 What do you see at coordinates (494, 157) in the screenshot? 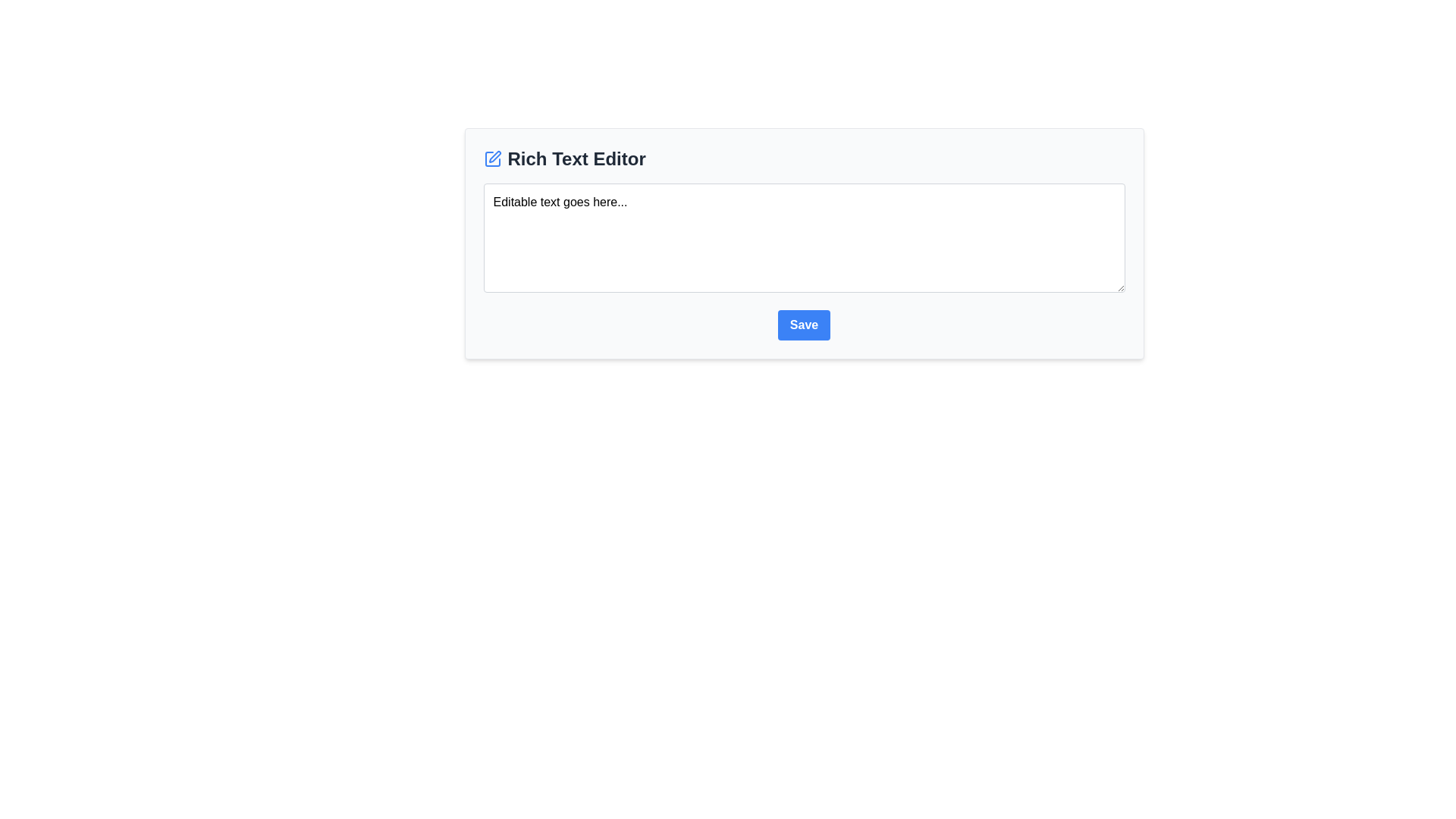
I see `the pen icon within the square outline, located near the top-left corner of the interface, aligned with the title 'Rich Text Editor'` at bounding box center [494, 157].